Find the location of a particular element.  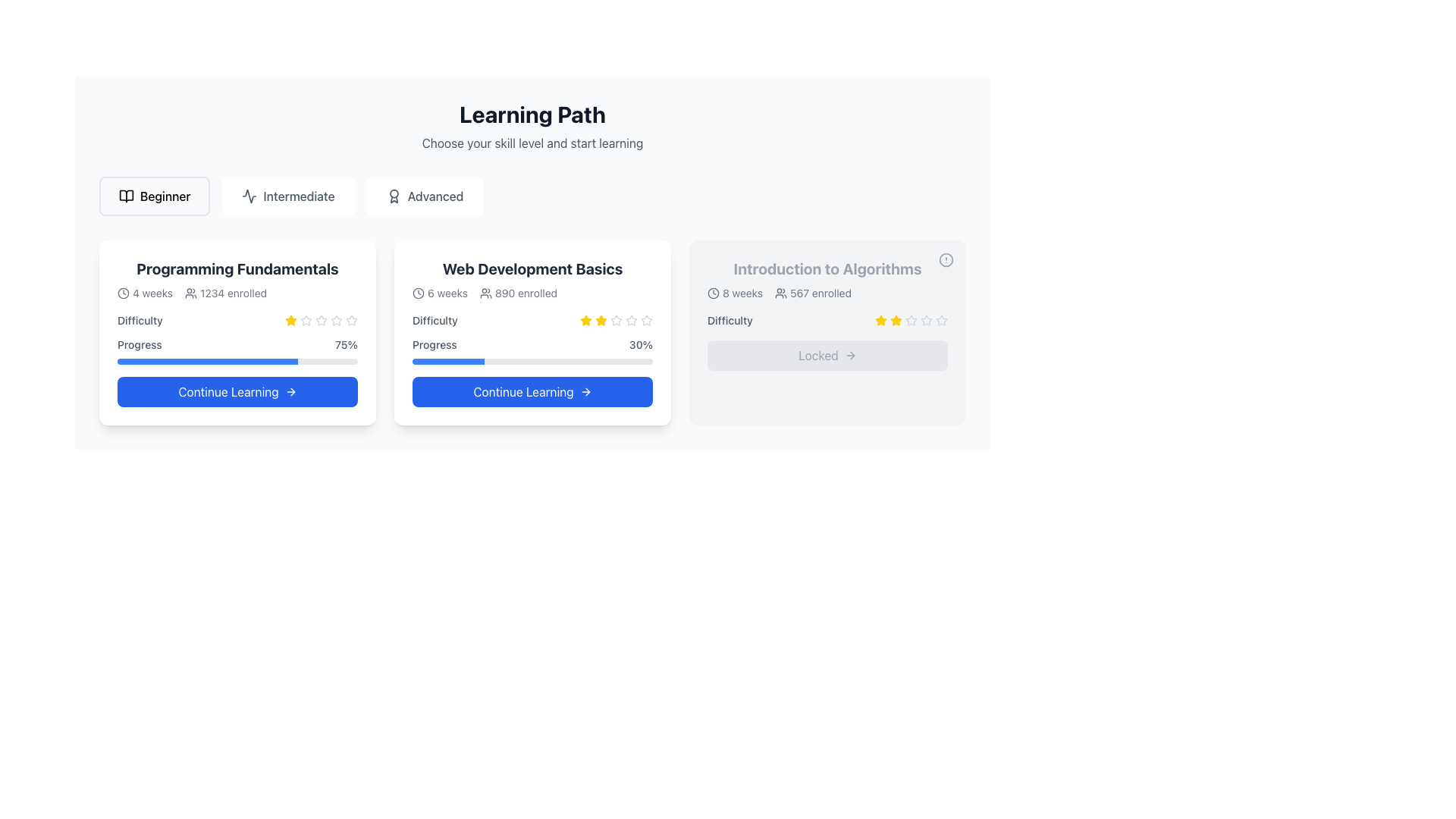

informational label with icons containing '4 weeks' and '1234 enrolled' text, located in the second row of the 'Programming Fundamentals' card, using the center coordinates provided is located at coordinates (237, 293).